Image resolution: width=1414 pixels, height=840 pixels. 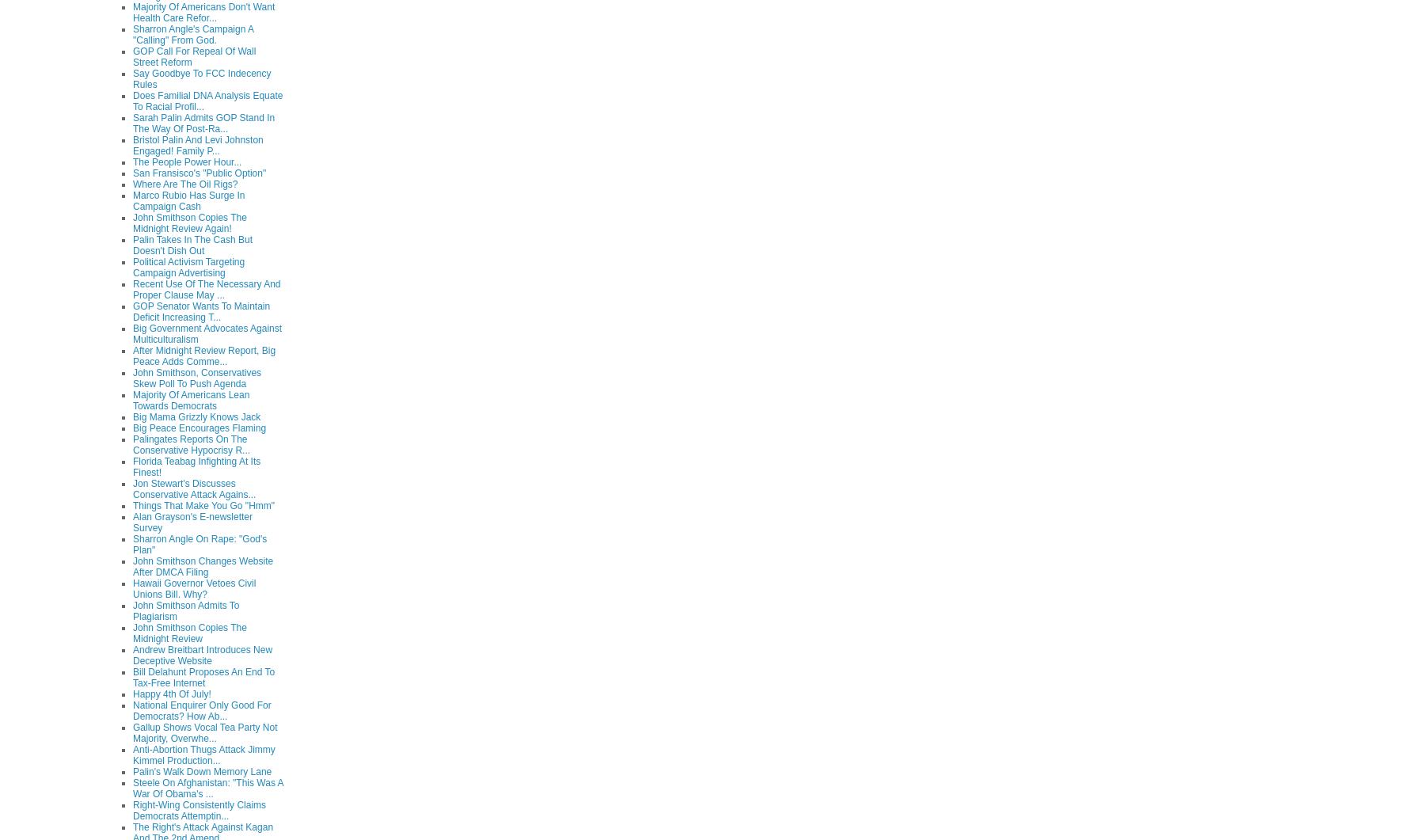 I want to click on 'Bill Delahunt Proposes An End To Tax-Free Internet', so click(x=203, y=676).